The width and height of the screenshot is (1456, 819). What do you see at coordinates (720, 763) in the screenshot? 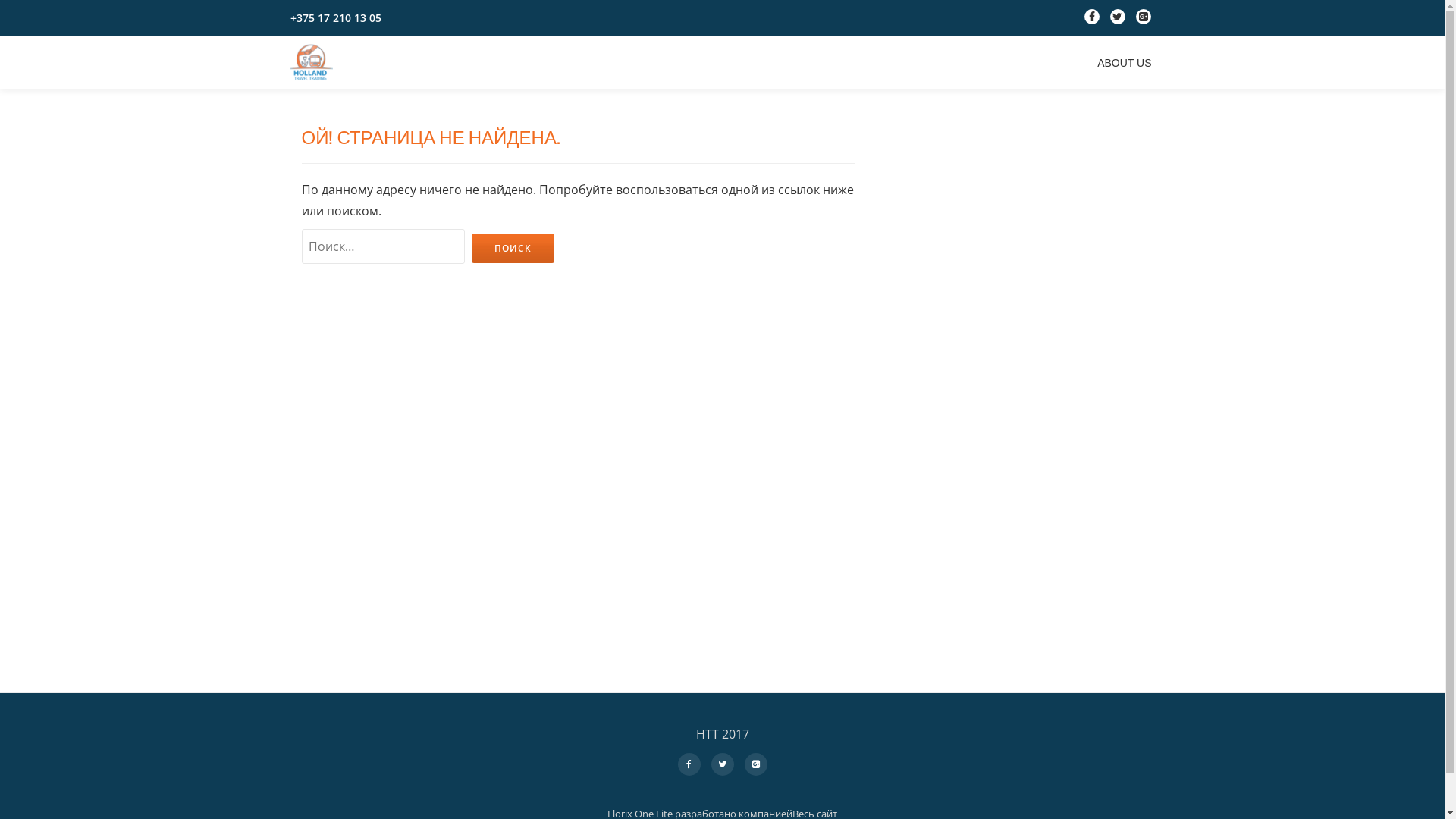
I see `'fa-twitter'` at bounding box center [720, 763].